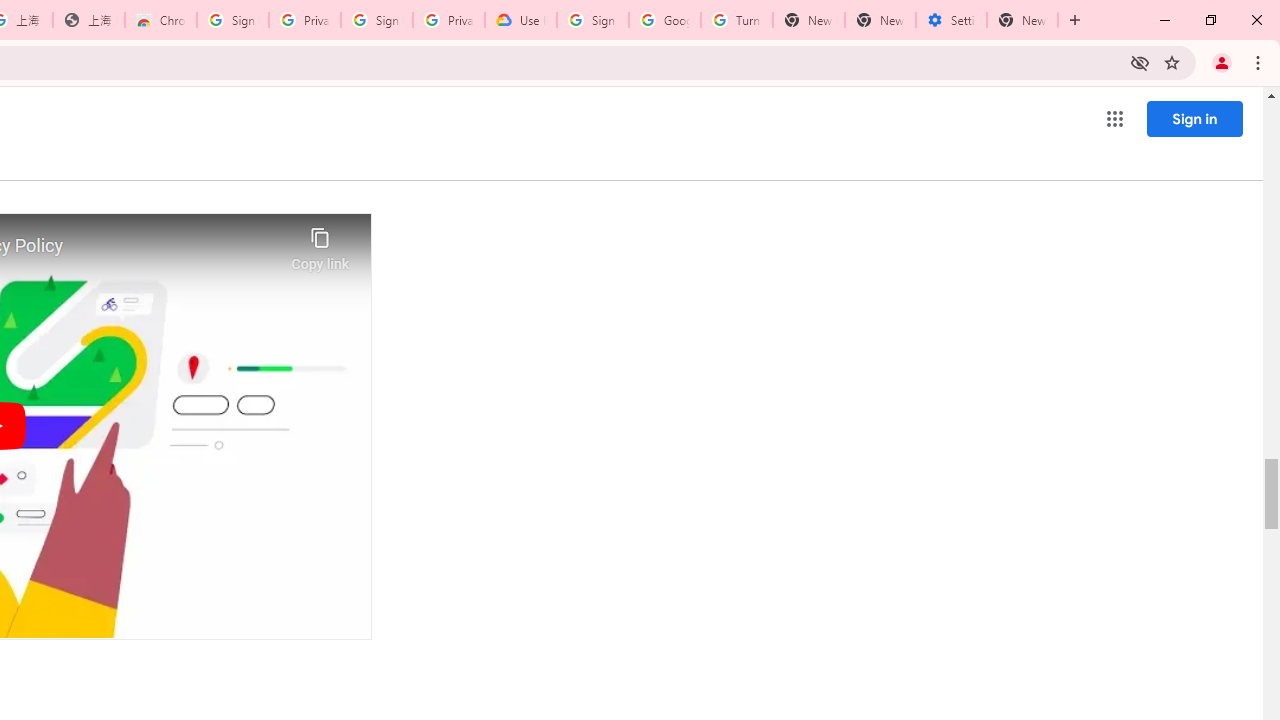 This screenshot has width=1280, height=720. I want to click on 'Chrome Web Store - Color themes by Chrome', so click(161, 20).